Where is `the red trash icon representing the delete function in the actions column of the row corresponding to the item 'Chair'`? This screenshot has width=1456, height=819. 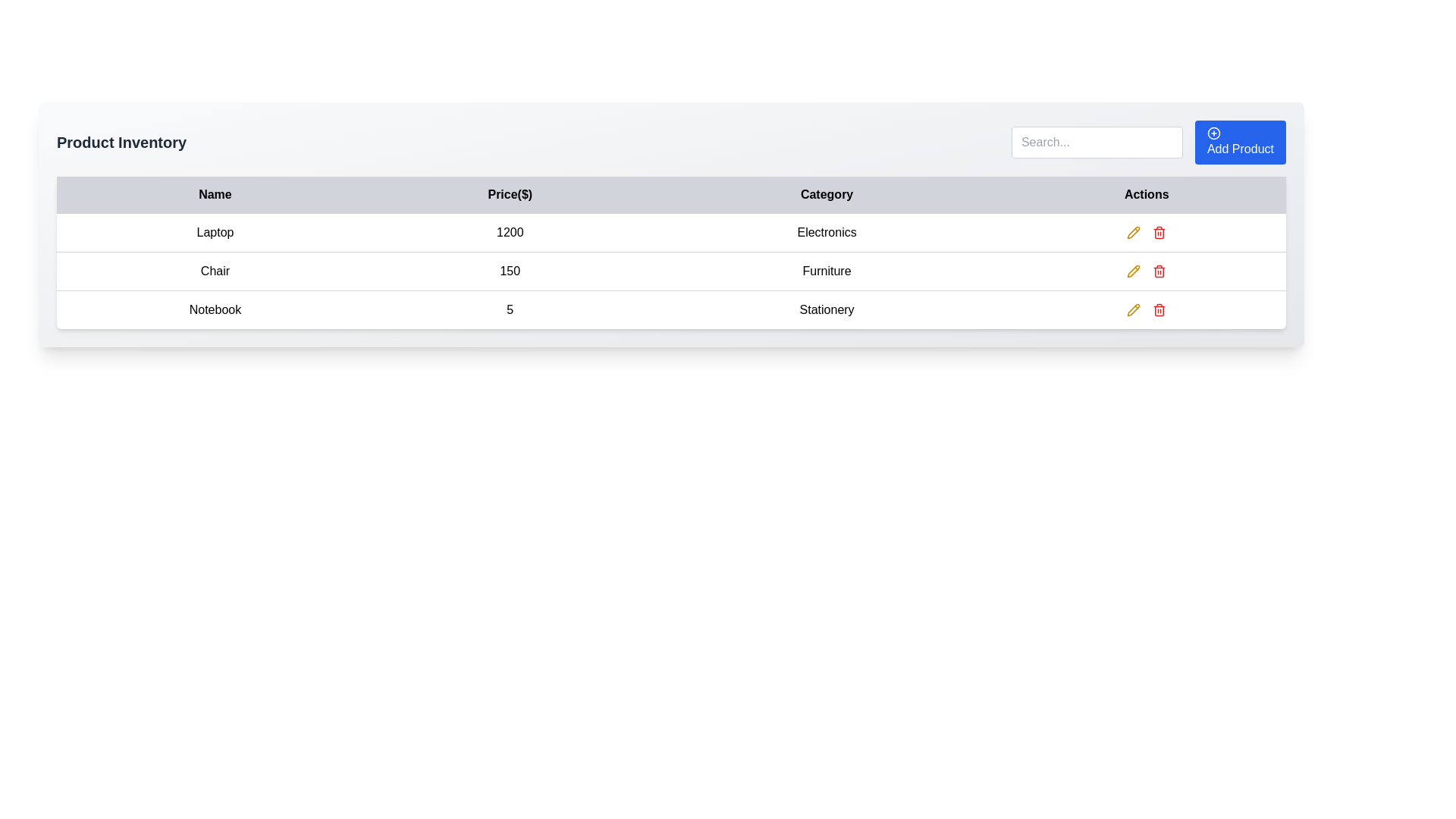 the red trash icon representing the delete function in the actions column of the row corresponding to the item 'Chair' is located at coordinates (1159, 233).